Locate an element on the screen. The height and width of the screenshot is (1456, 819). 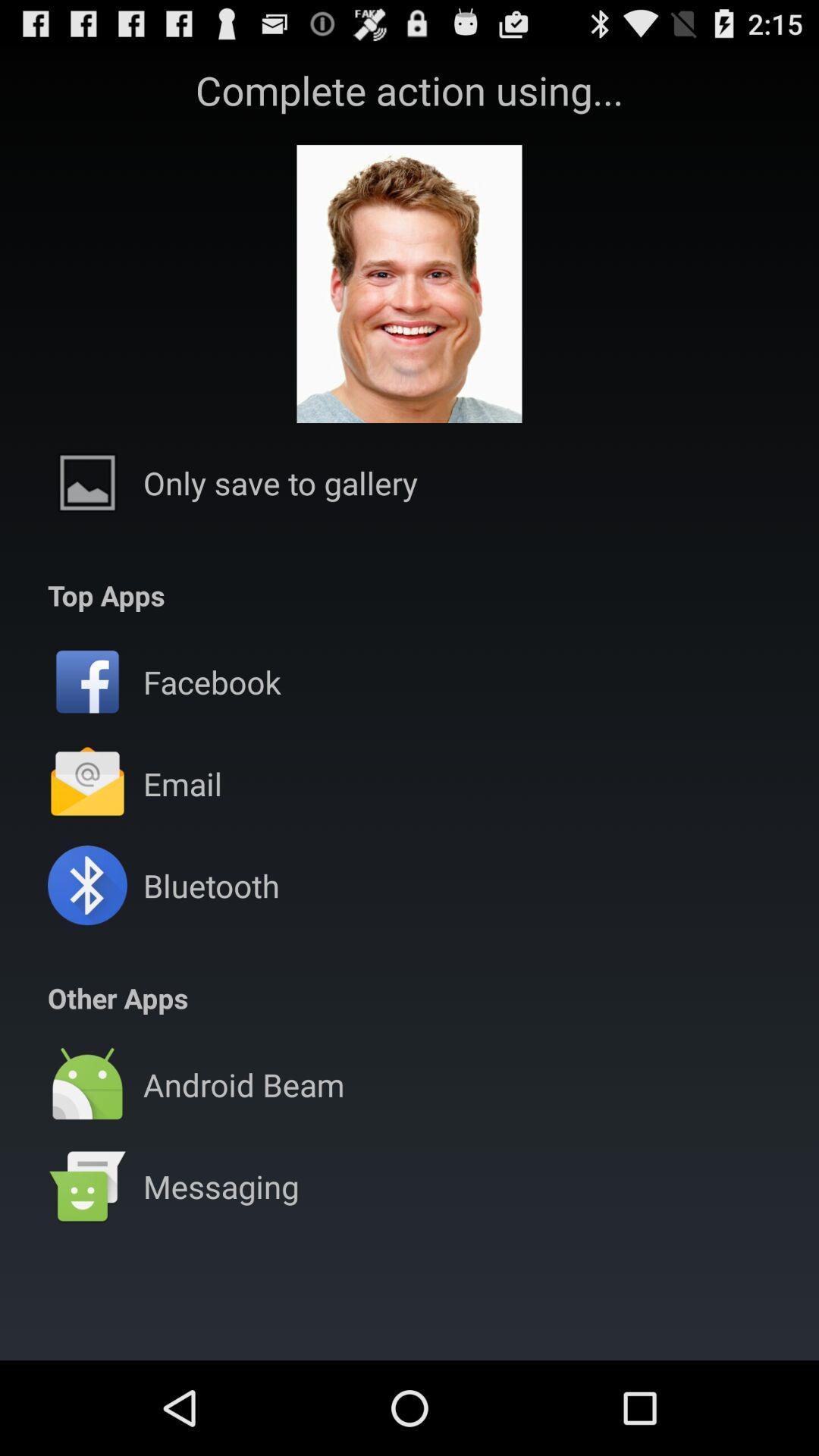
top apps app is located at coordinates (105, 595).